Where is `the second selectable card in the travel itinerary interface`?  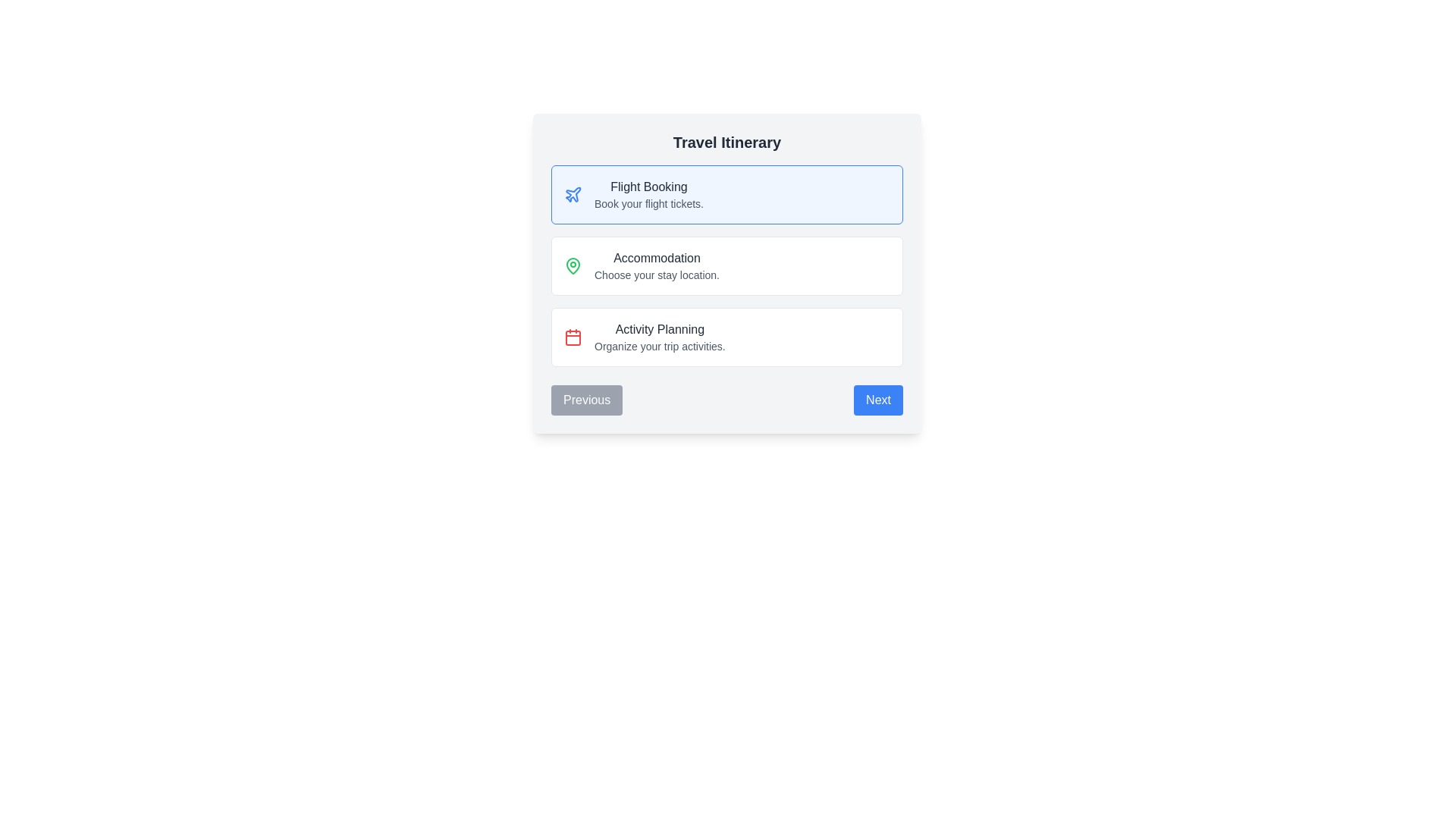 the second selectable card in the travel itinerary interface is located at coordinates (726, 265).